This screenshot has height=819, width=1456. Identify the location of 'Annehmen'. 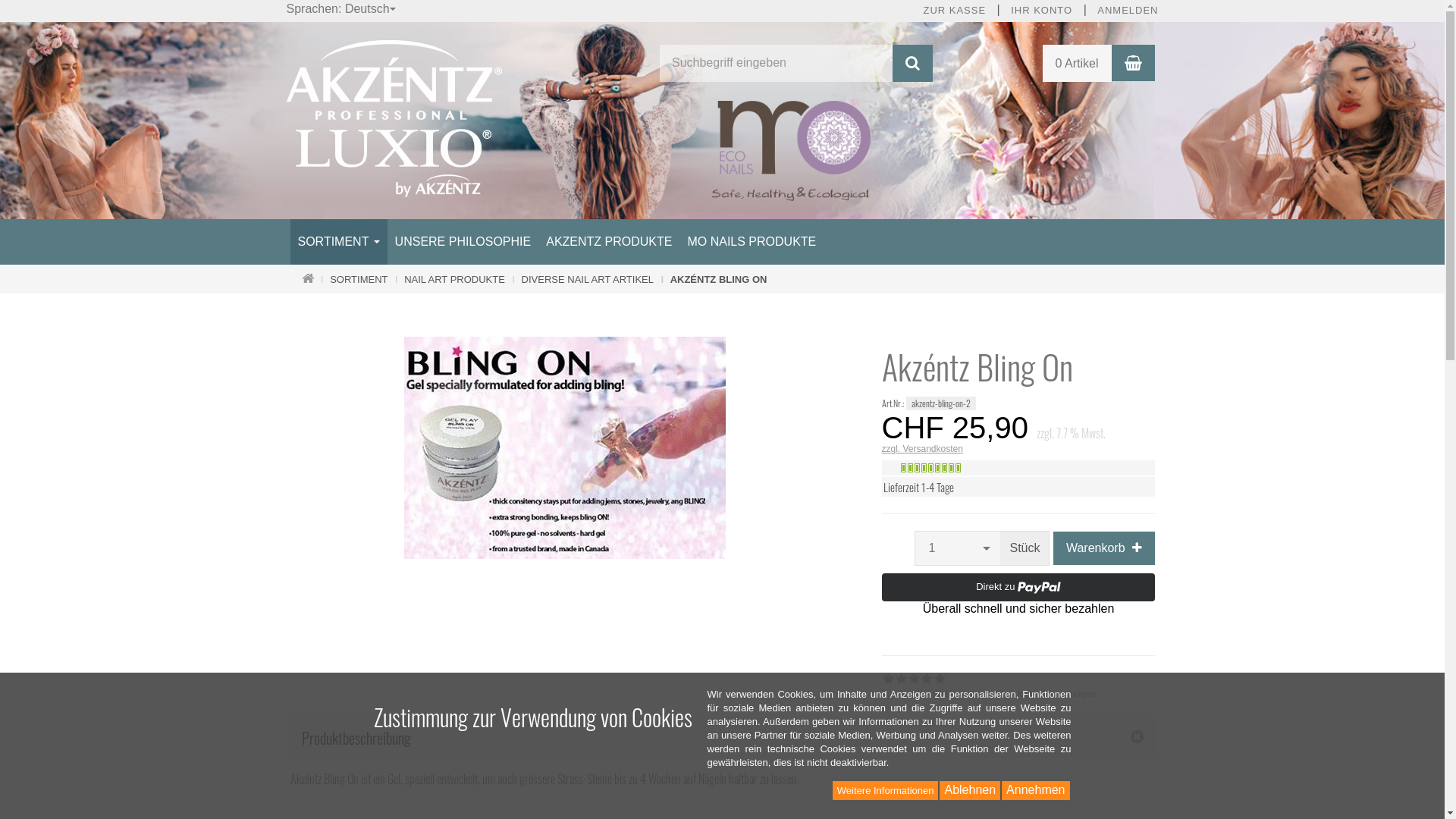
(1034, 789).